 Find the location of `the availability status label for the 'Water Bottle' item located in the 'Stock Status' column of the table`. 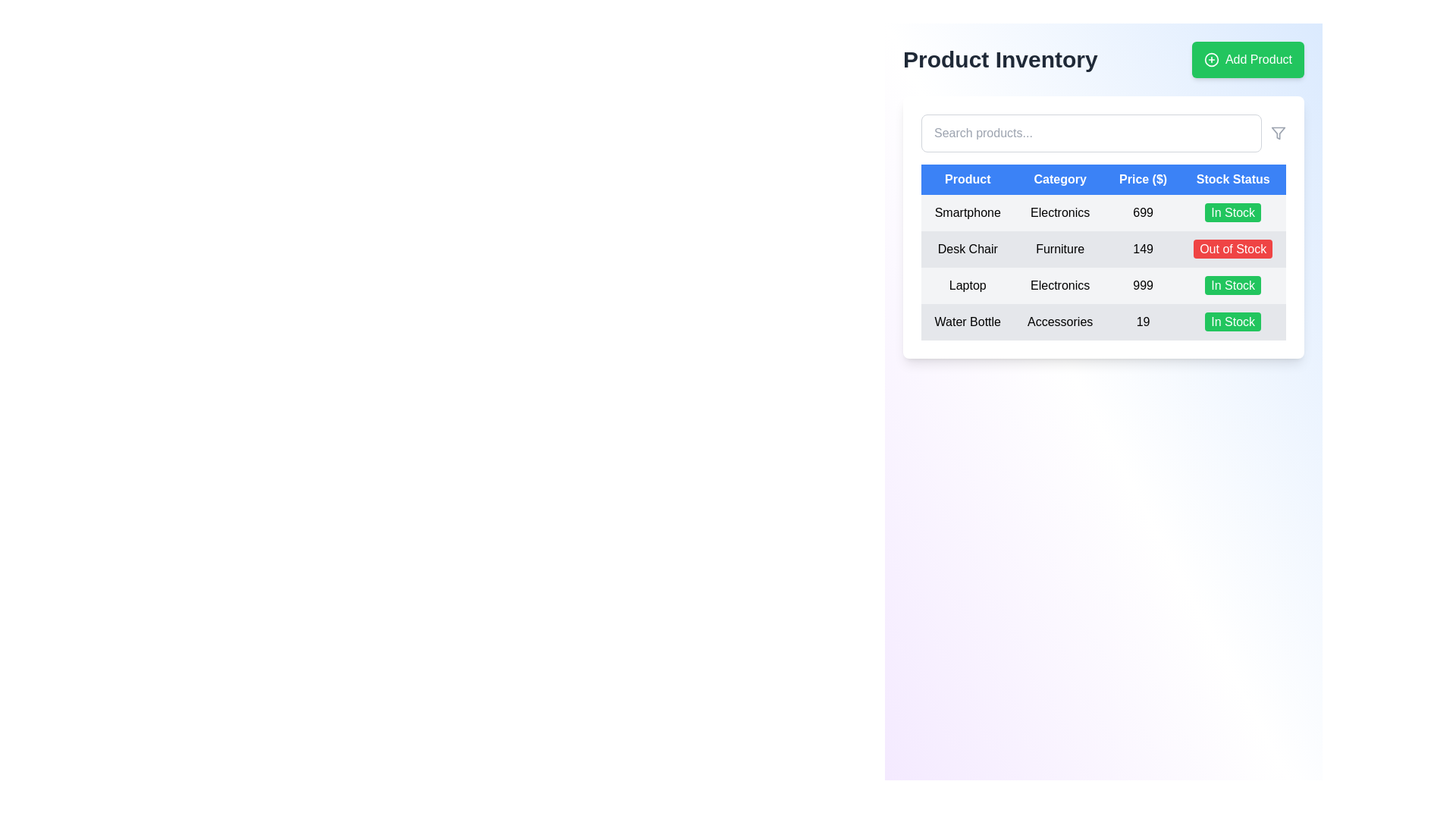

the availability status label for the 'Water Bottle' item located in the 'Stock Status' column of the table is located at coordinates (1233, 321).